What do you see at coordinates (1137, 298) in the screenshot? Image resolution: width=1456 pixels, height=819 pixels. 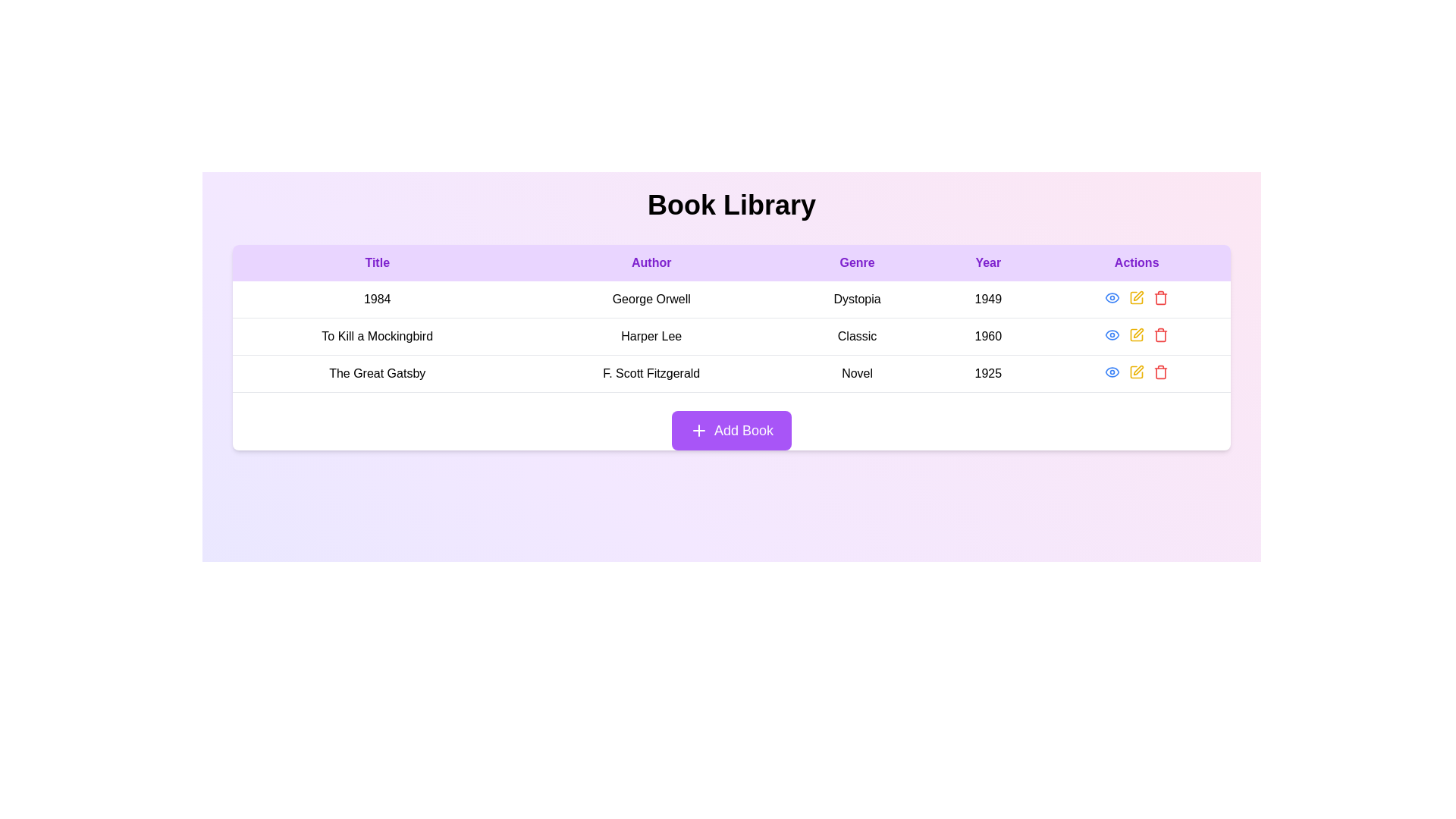 I see `the 'Edit' action button for the book '1984' by George Orwell located` at bounding box center [1137, 298].